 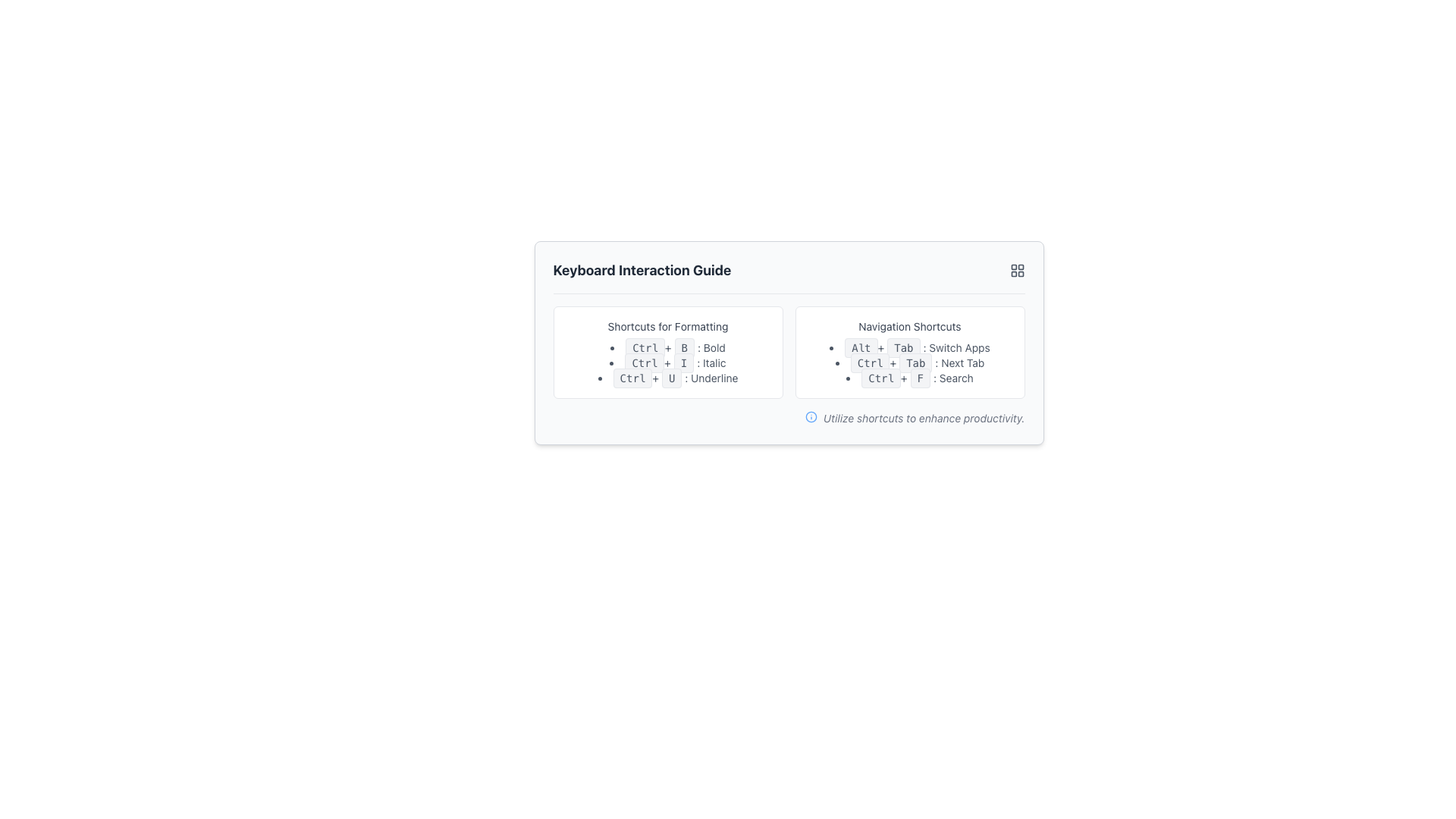 What do you see at coordinates (671, 377) in the screenshot?
I see `the small, rectangular button with rounded corners labeled 'U', which is located in the 'Keyboard Interaction Guide' under 'Shortcuts for Formatting'. This button is the last in a row of shortcut keys for the 'Ctrl+U: Underline' action` at bounding box center [671, 377].